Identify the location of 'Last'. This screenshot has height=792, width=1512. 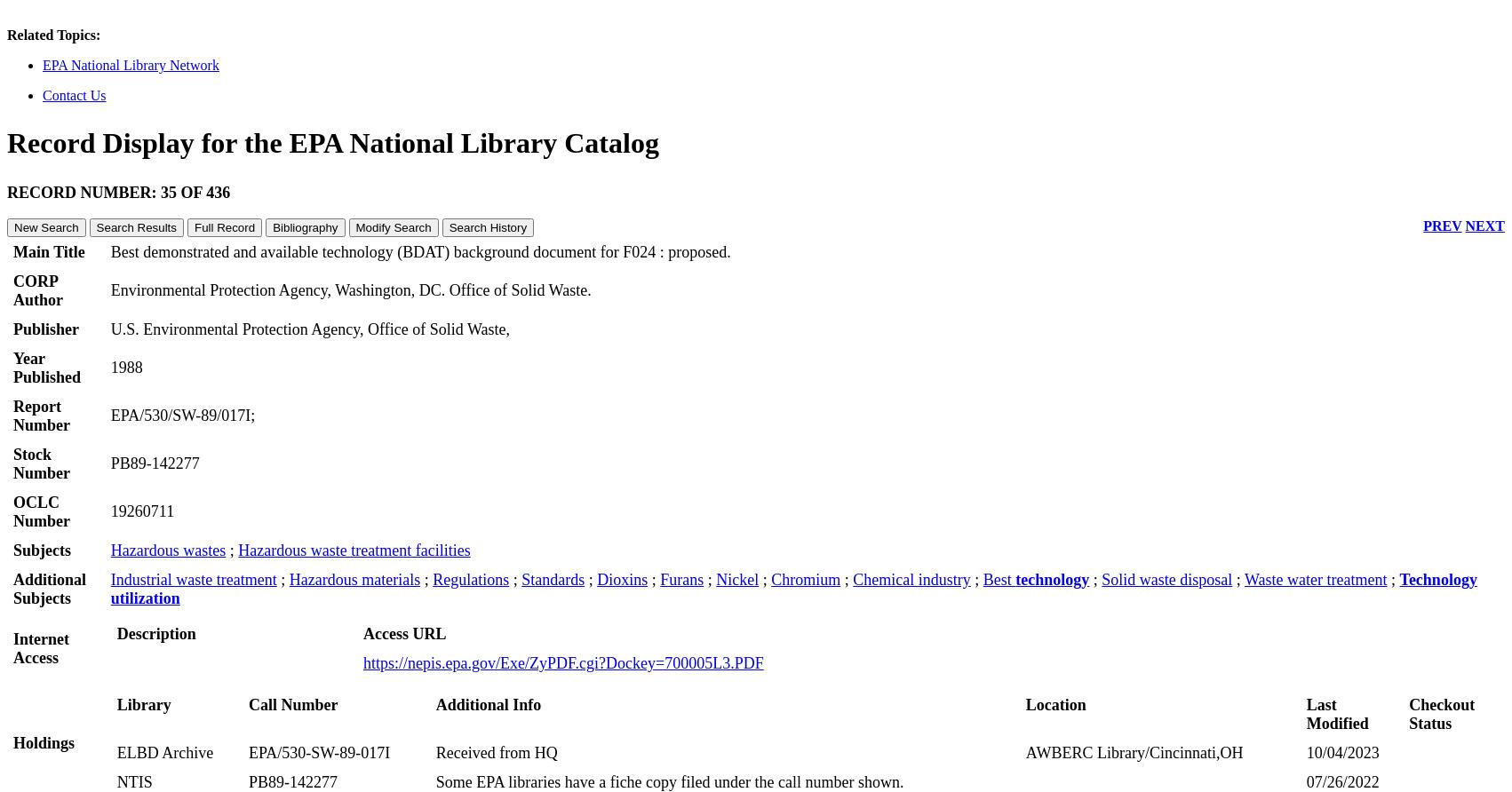
(1321, 702).